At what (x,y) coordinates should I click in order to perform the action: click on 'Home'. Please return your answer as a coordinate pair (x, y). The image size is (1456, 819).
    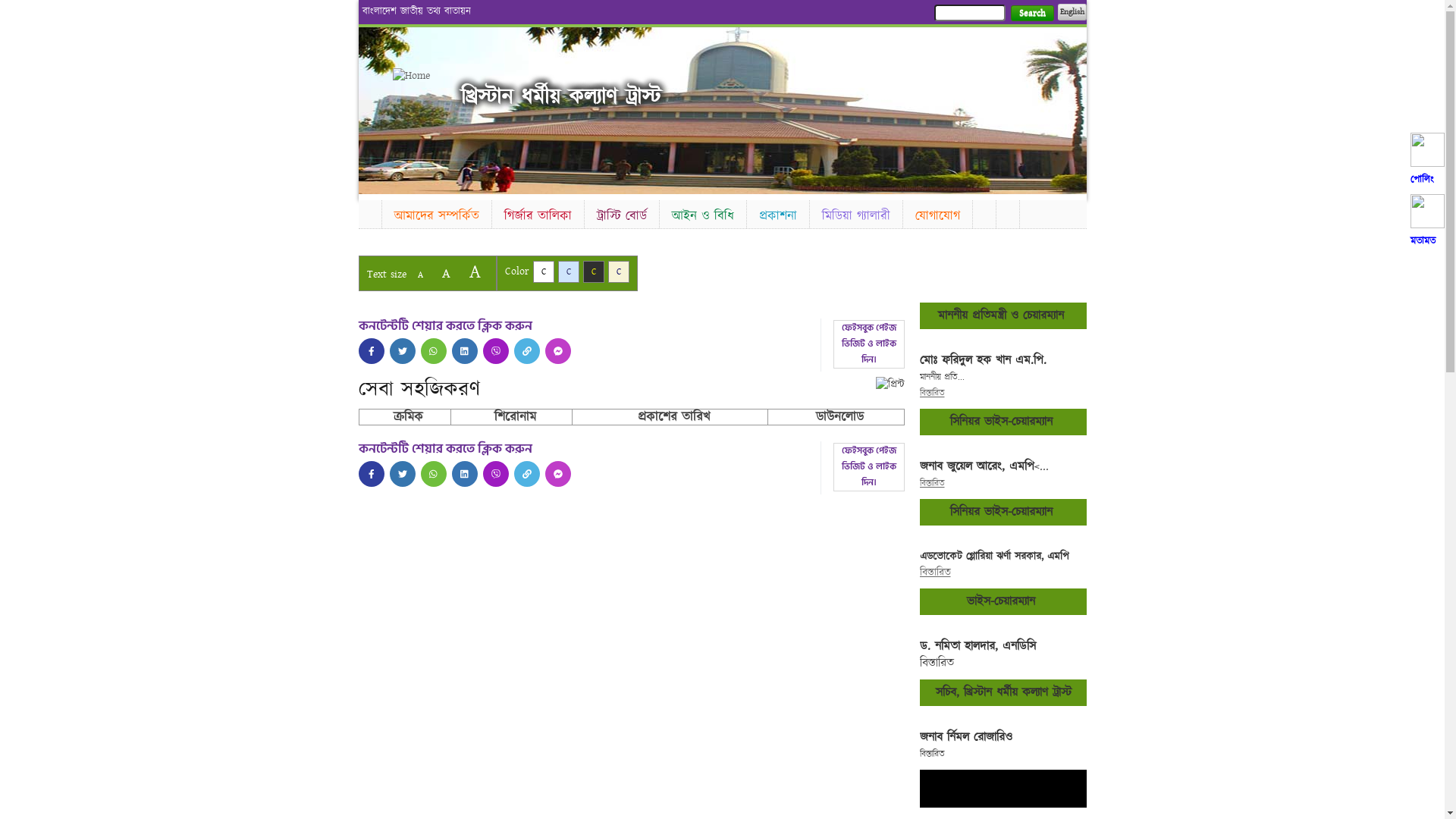
    Looking at the image, I should click on (393, 76).